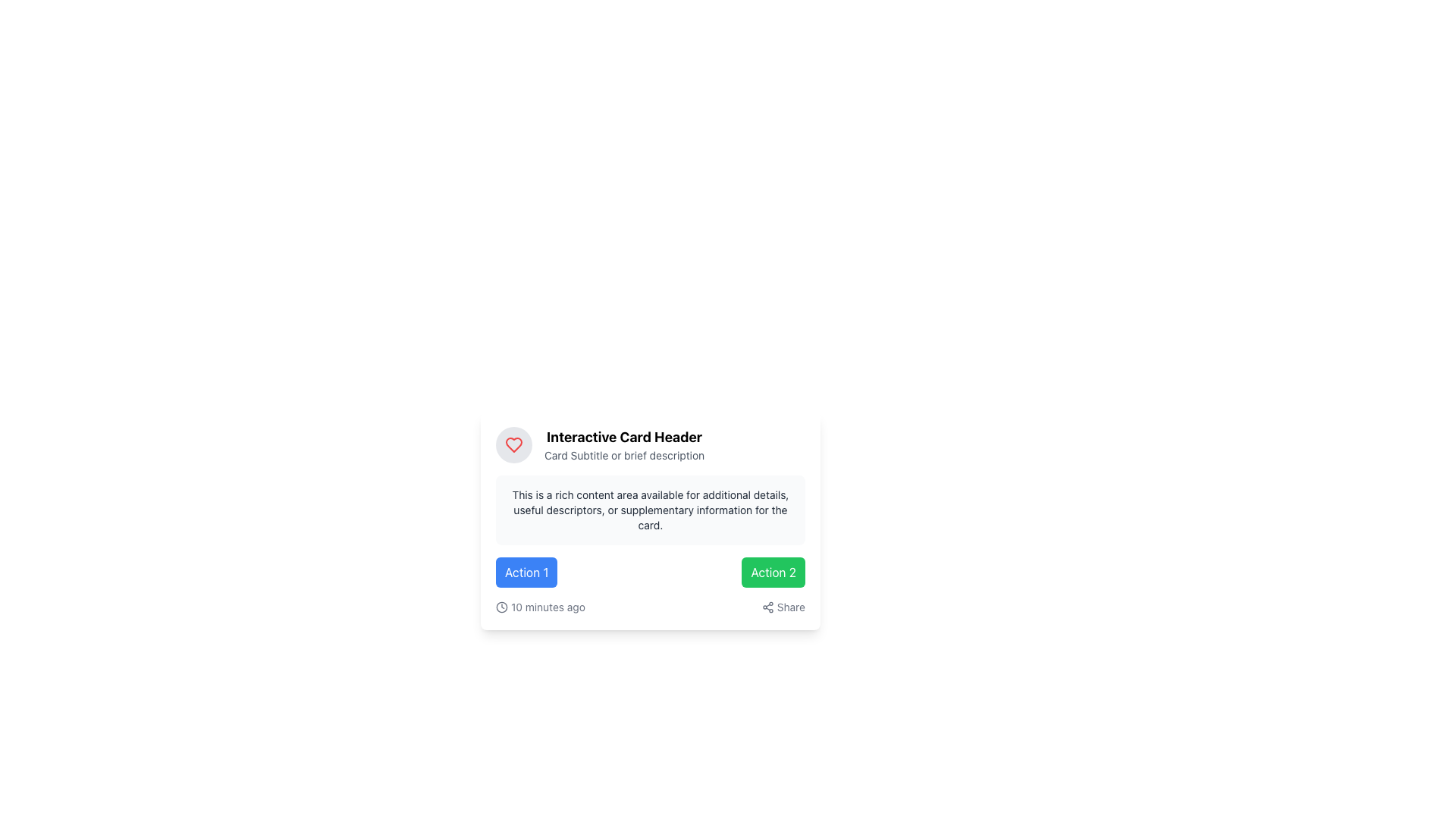  Describe the element at coordinates (651, 573) in the screenshot. I see `the button group containing 'Action 1' and 'Action 2'` at that location.